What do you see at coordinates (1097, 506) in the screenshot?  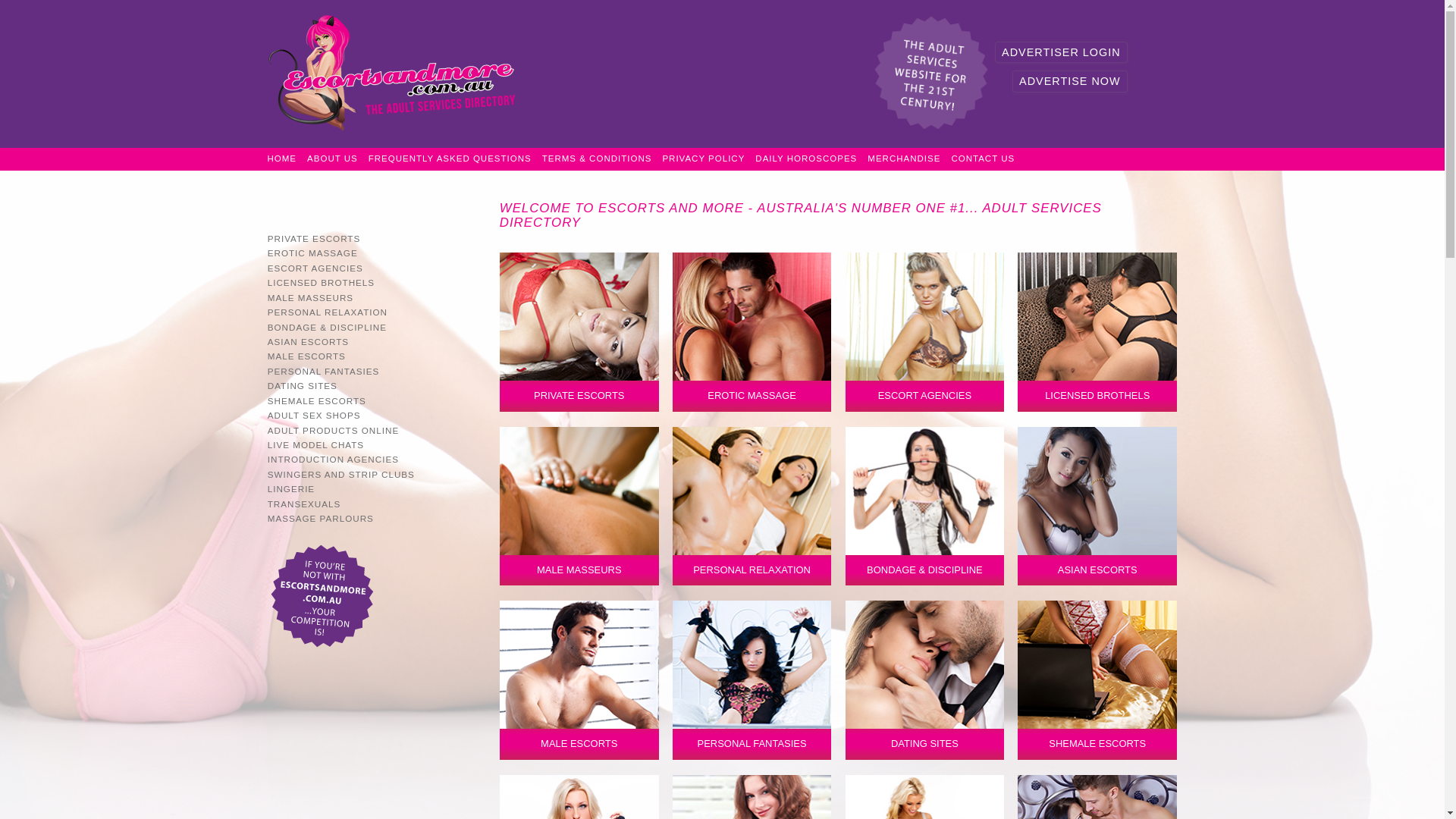 I see `'Asian Escorts'` at bounding box center [1097, 506].